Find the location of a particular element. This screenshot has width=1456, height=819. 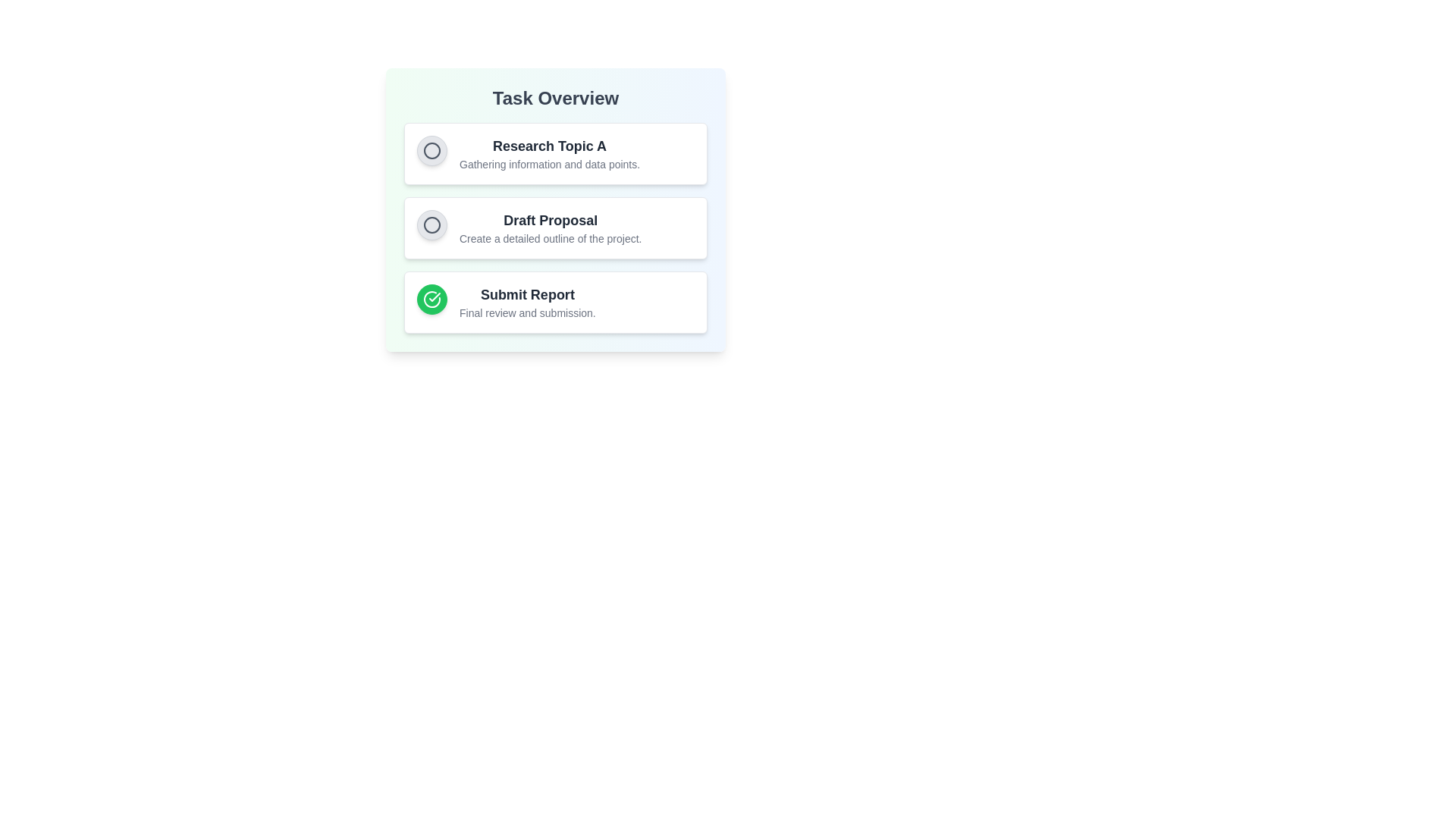

to select or interact with the task element that is the second item in a vertical list of tasks, identifiable by its bold title and description text is located at coordinates (550, 227).